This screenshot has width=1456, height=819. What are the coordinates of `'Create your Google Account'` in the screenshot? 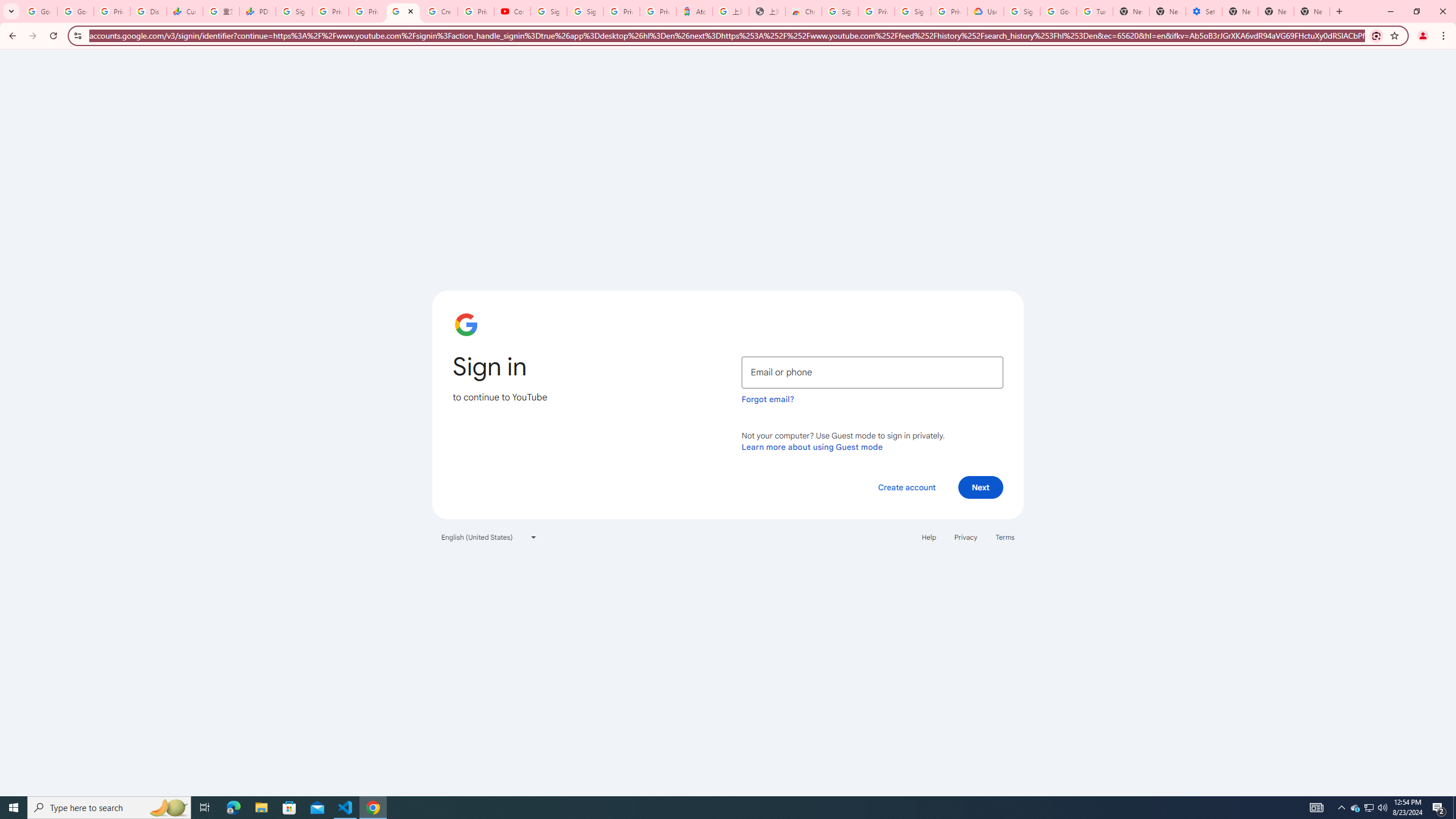 It's located at (440, 11).